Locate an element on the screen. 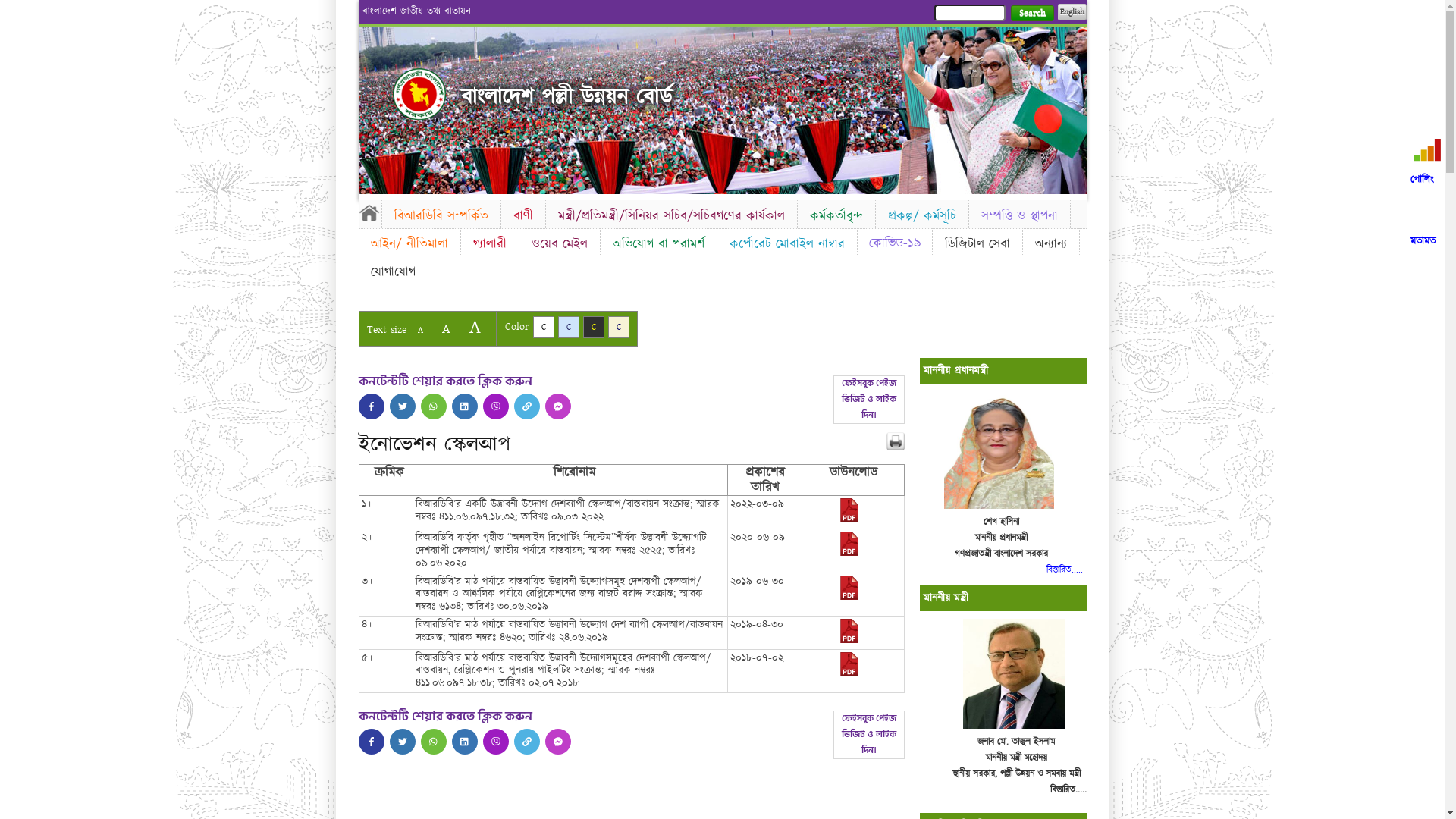  'C' is located at coordinates (607, 326).